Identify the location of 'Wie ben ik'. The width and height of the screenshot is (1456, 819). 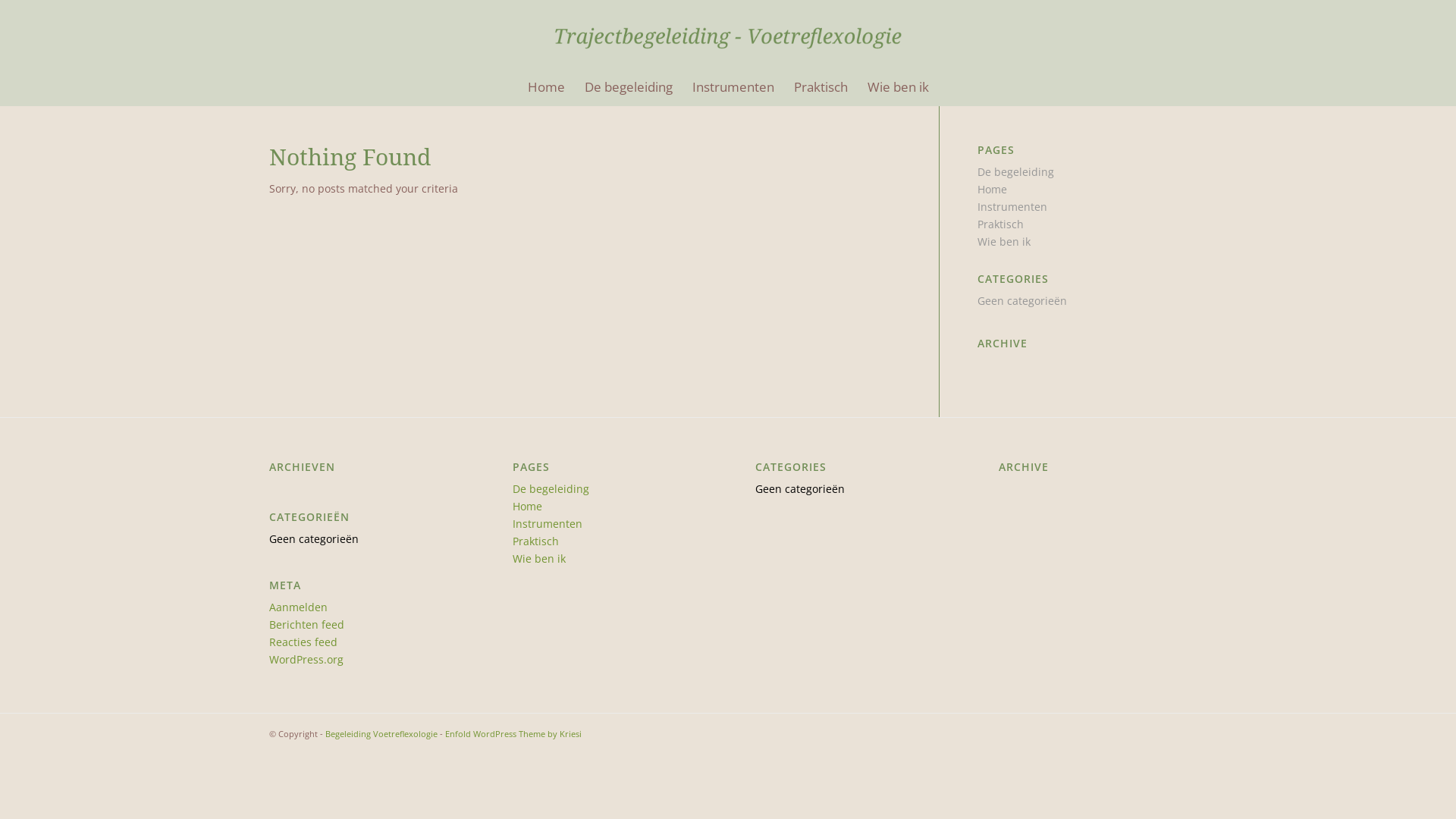
(897, 87).